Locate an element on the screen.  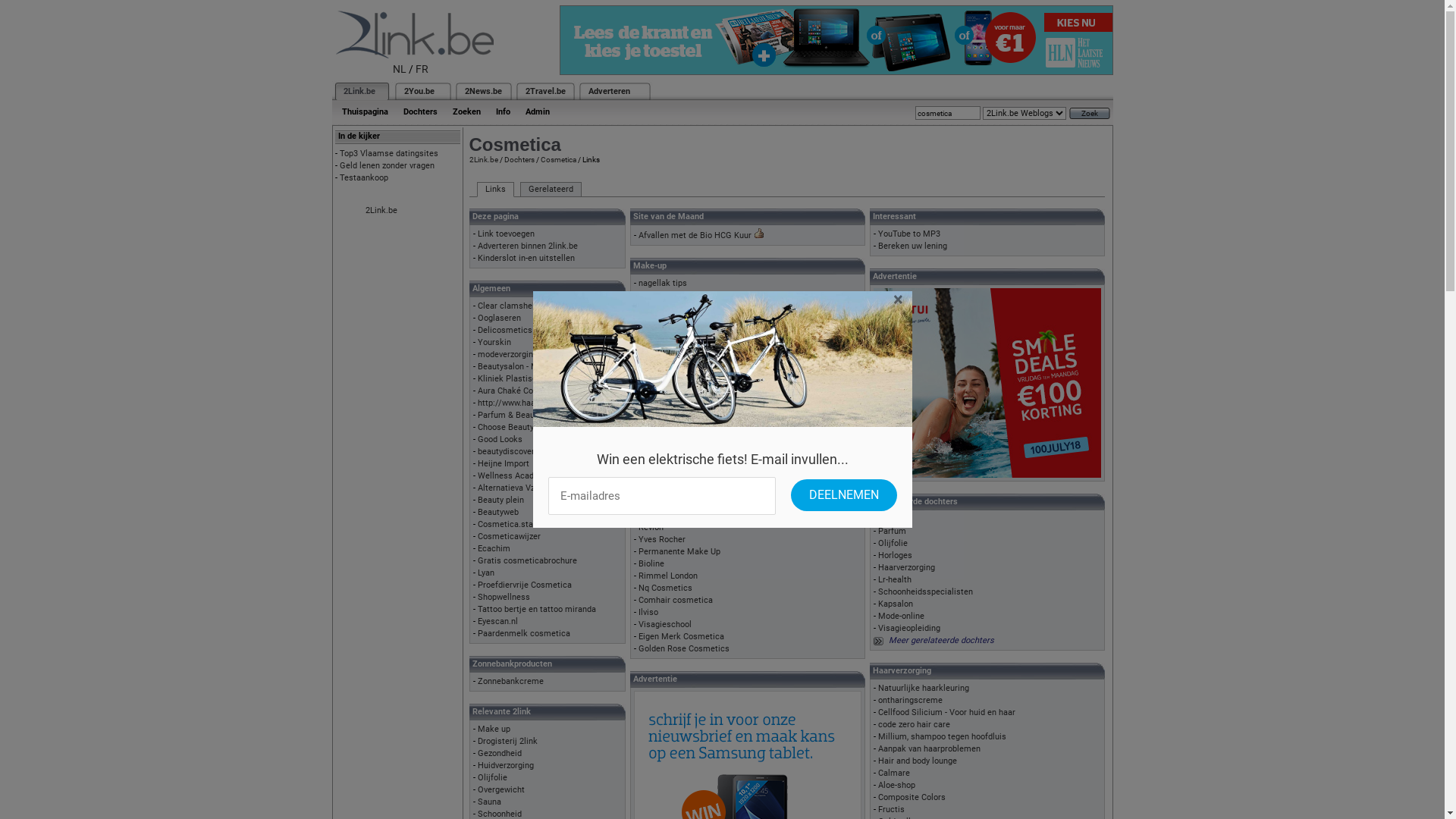
'Rimmel London' is located at coordinates (638, 576).